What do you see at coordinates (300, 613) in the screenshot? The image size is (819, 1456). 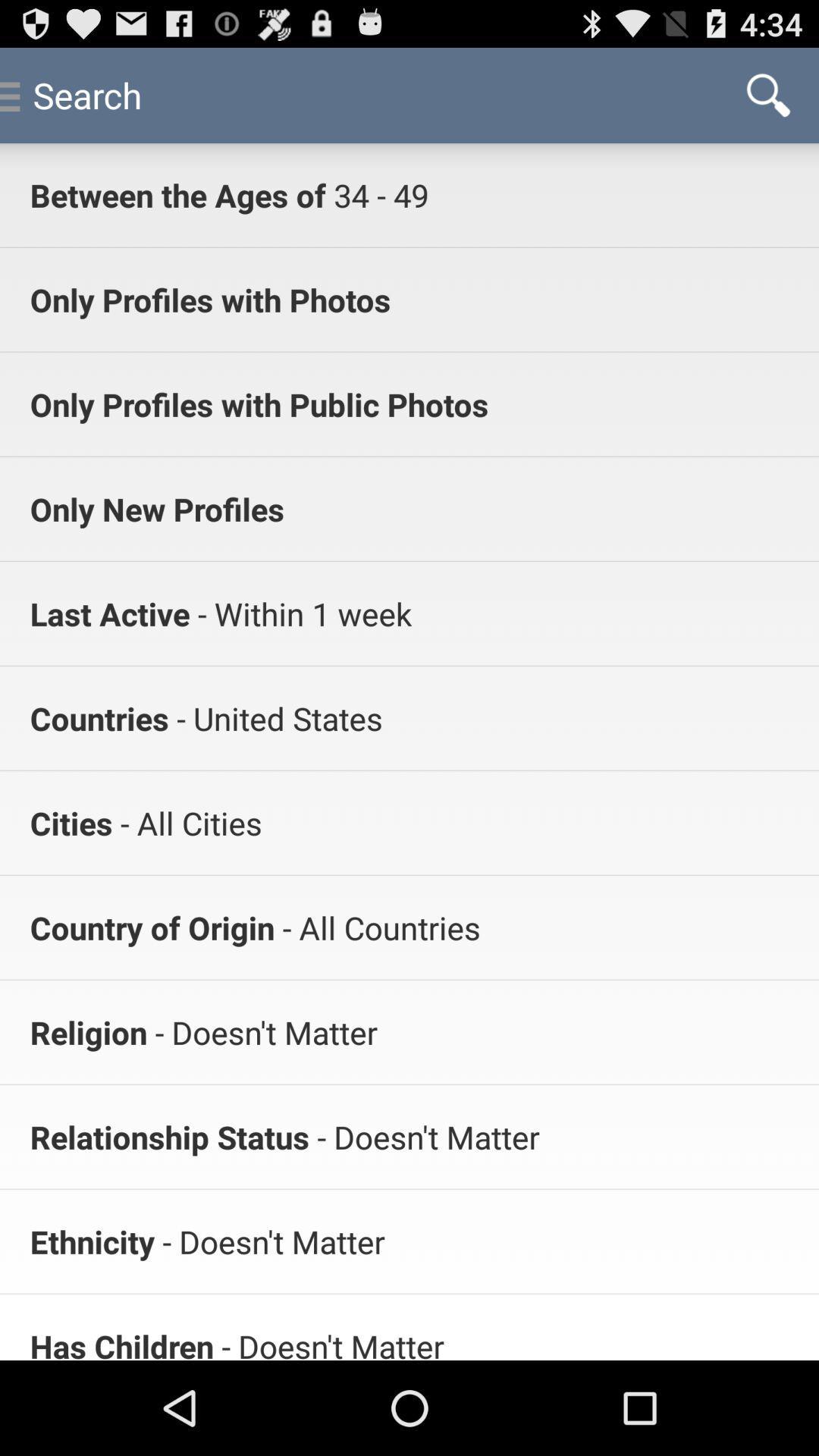 I see `app below the only new profiles app` at bounding box center [300, 613].